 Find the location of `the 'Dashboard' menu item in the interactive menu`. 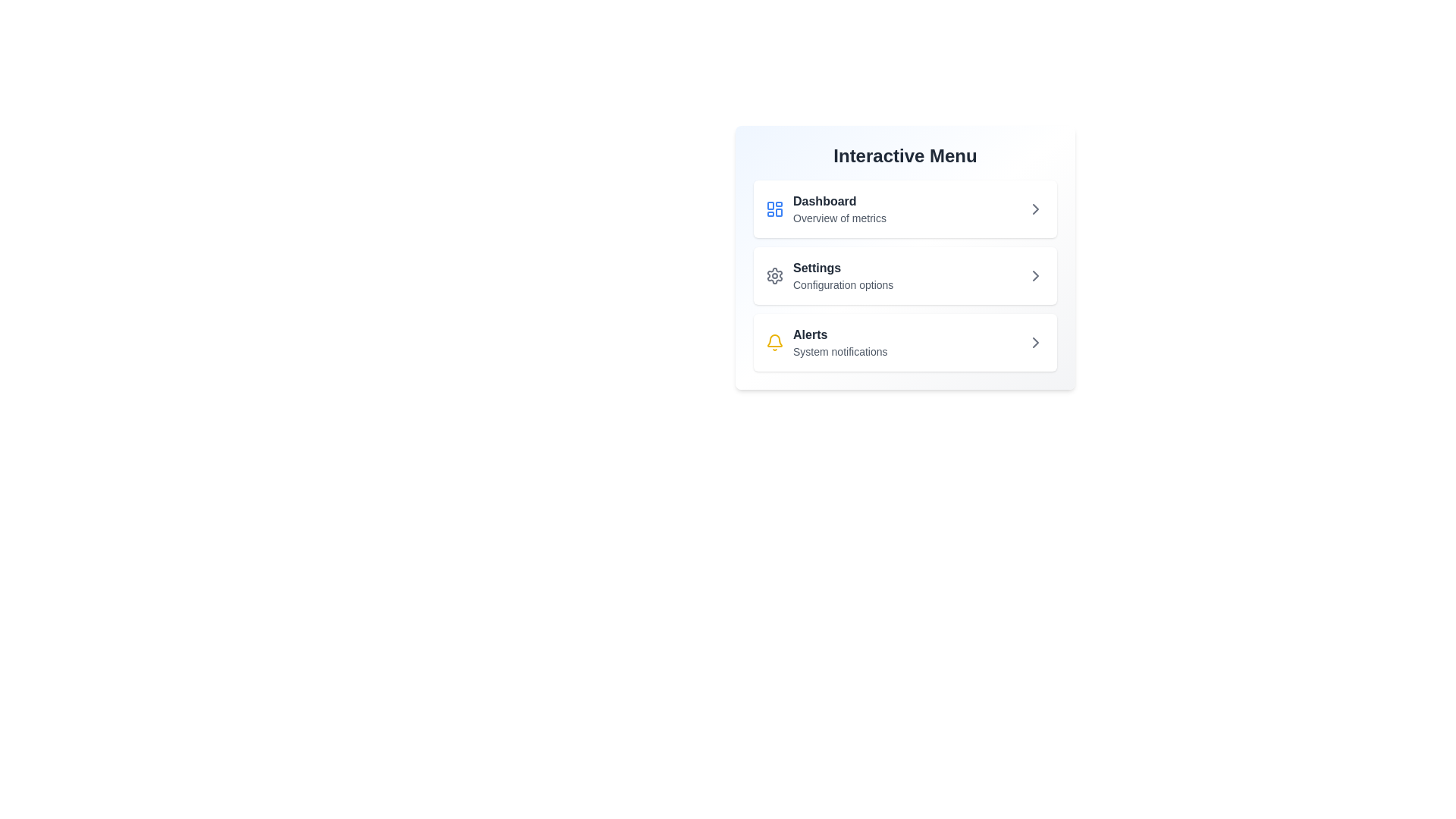

the 'Dashboard' menu item in the interactive menu is located at coordinates (905, 209).